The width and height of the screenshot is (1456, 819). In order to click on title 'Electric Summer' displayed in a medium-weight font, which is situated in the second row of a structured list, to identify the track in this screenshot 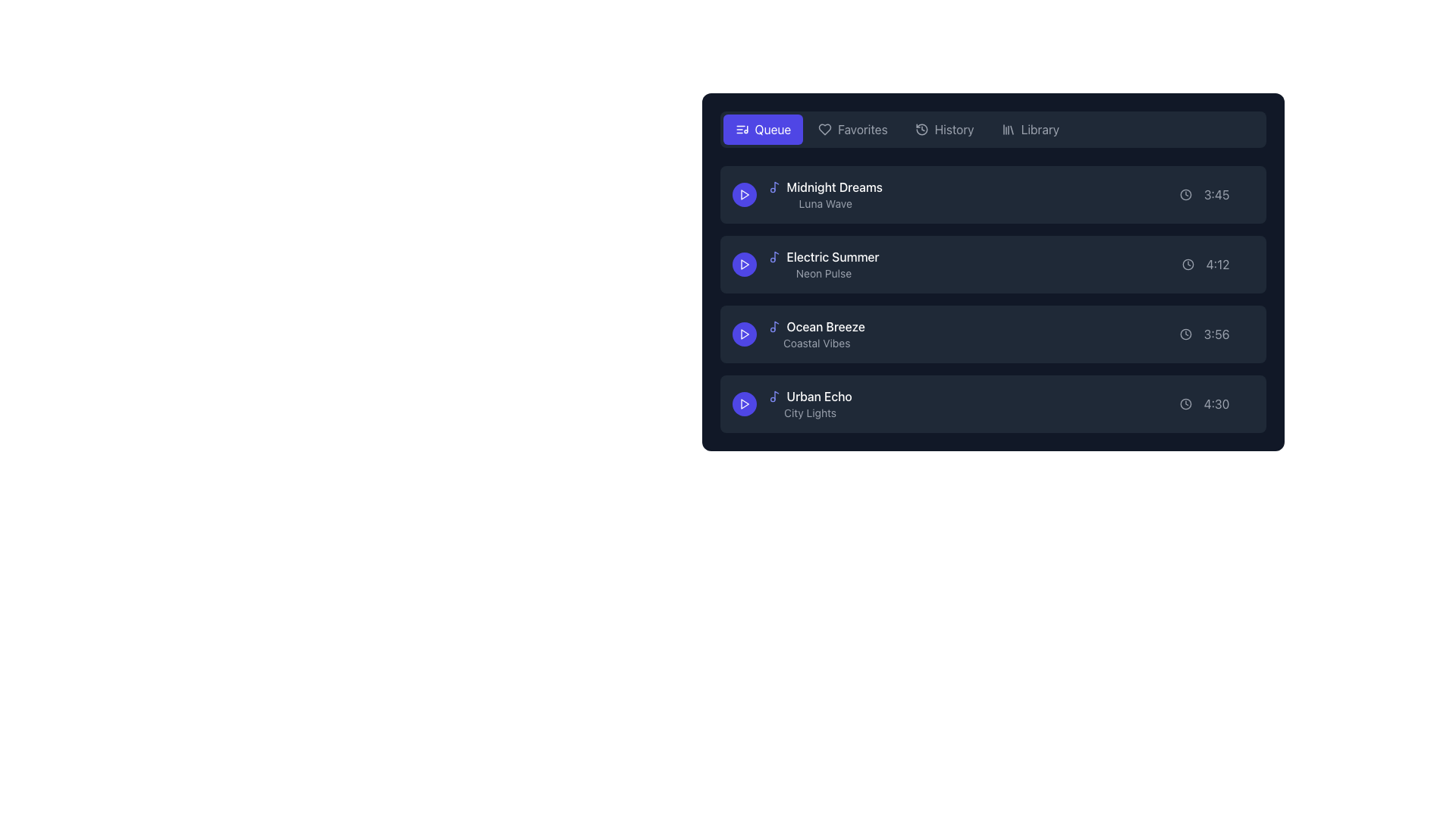, I will do `click(832, 256)`.